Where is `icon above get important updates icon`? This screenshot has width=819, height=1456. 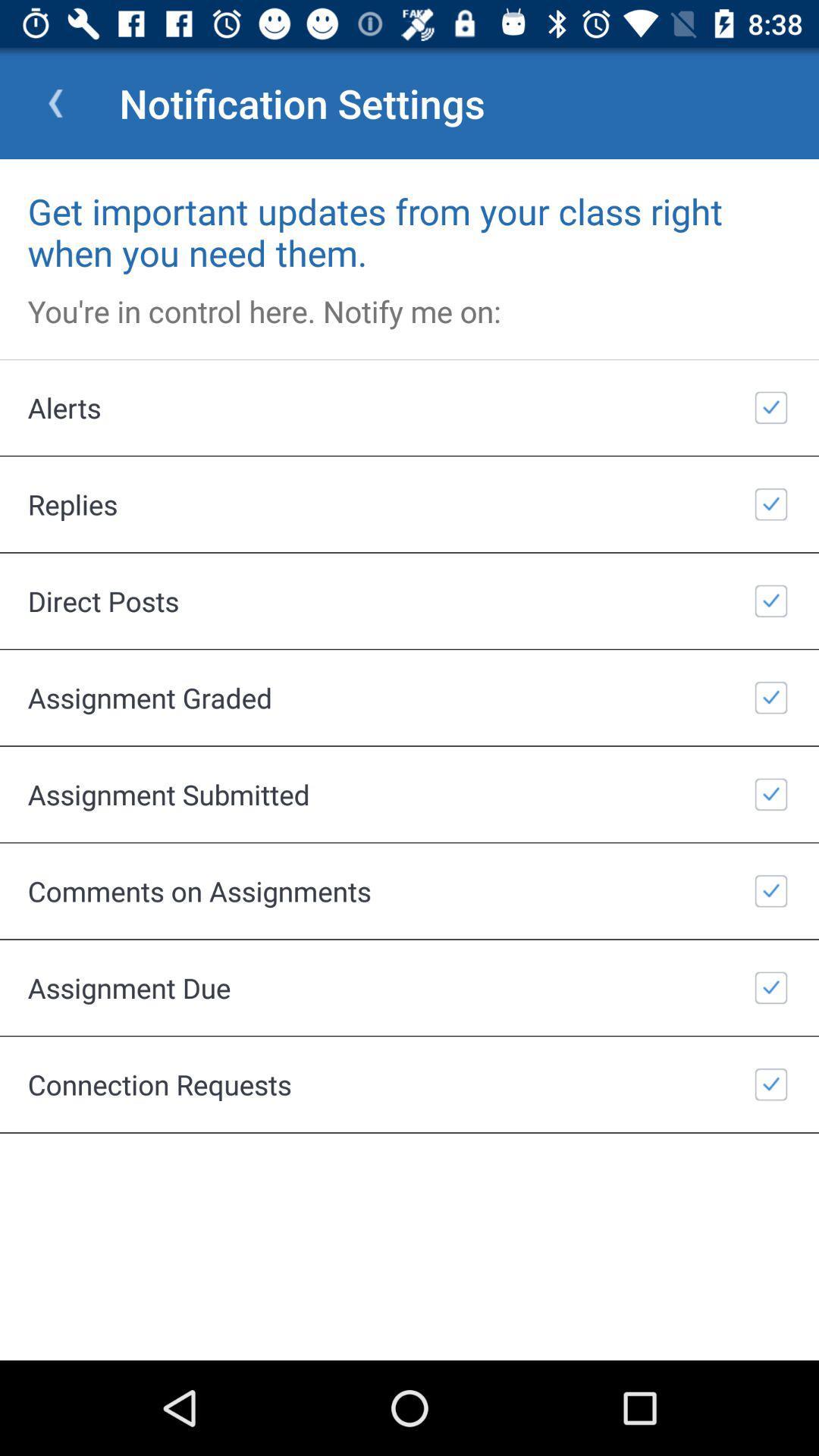
icon above get important updates icon is located at coordinates (55, 102).